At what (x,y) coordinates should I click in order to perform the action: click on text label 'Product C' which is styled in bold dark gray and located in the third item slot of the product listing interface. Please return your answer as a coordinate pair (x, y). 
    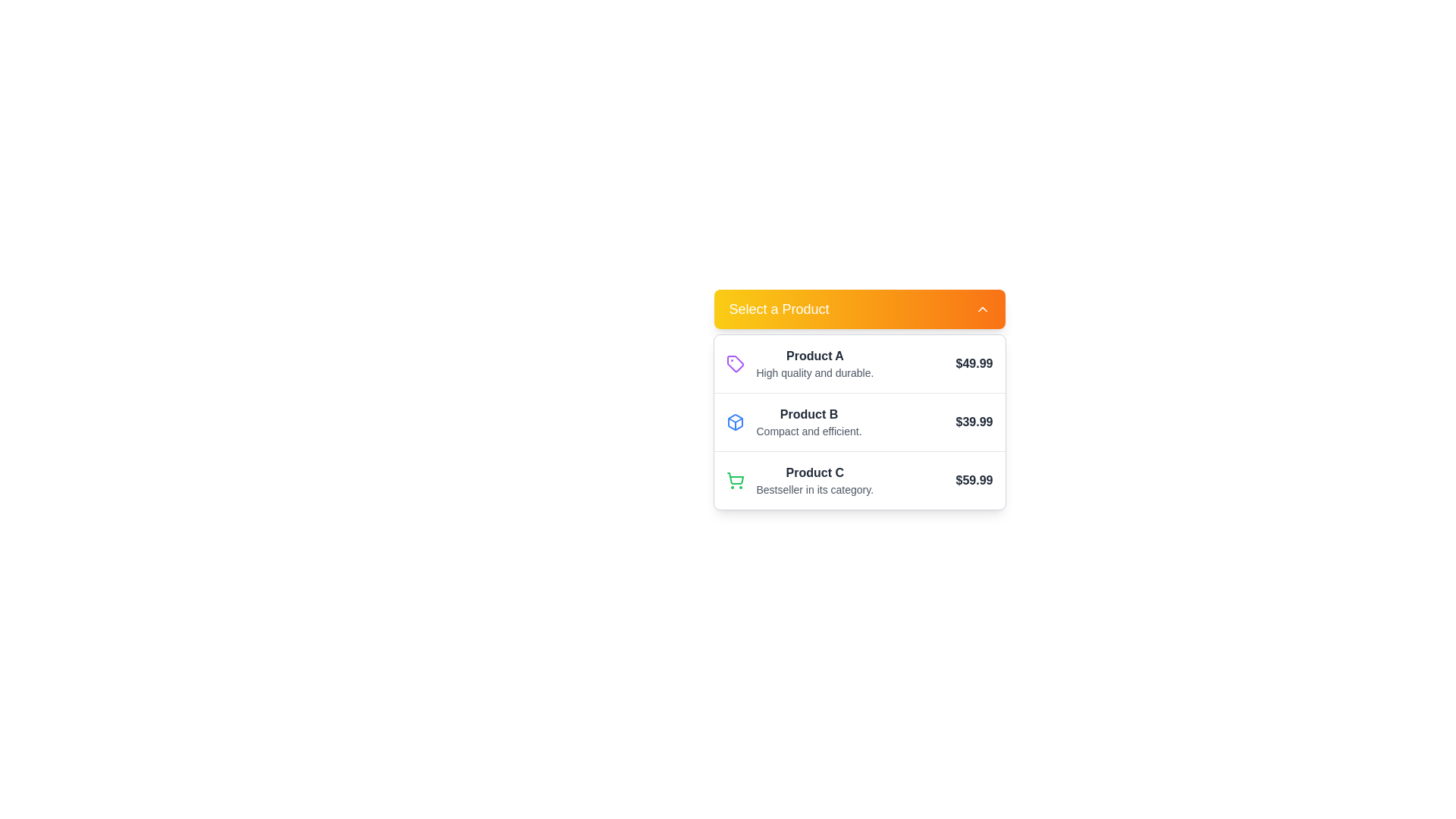
    Looking at the image, I should click on (814, 472).